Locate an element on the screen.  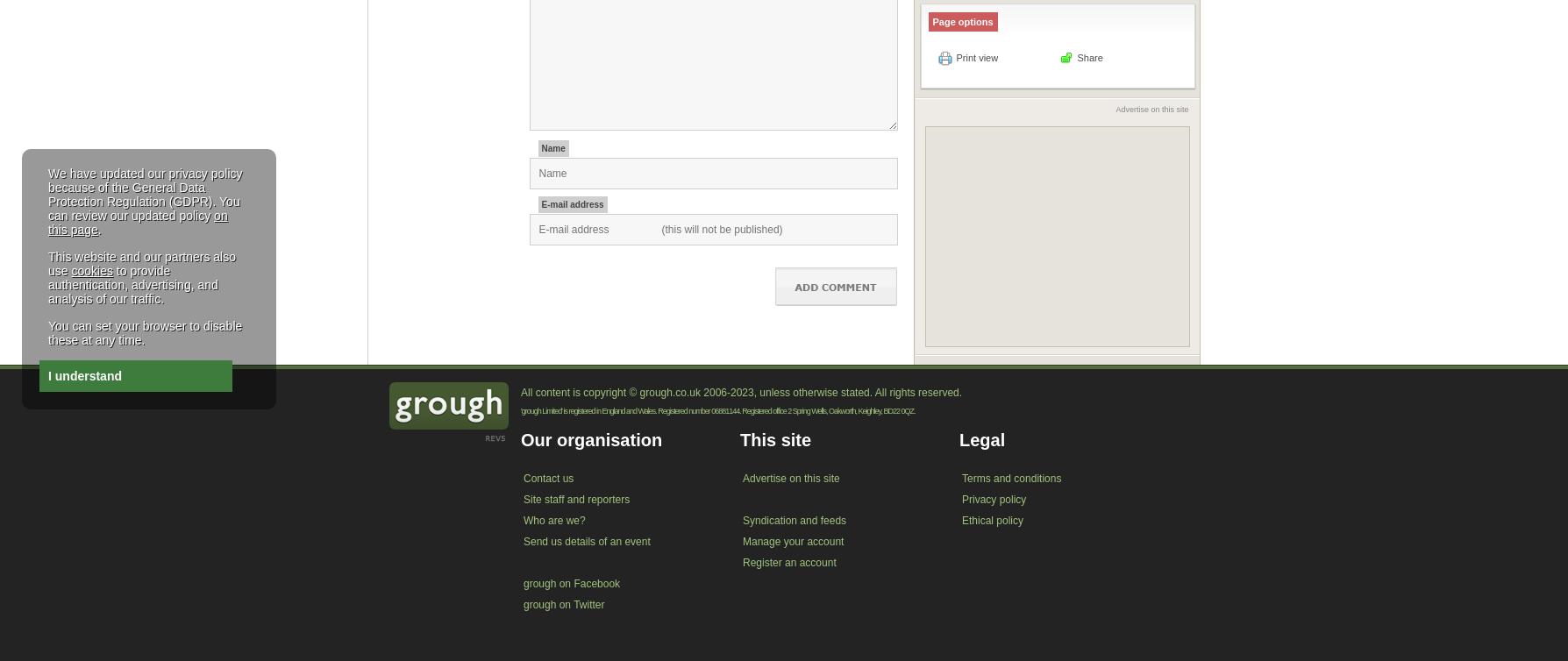
'Terms and conditions' is located at coordinates (961, 478).